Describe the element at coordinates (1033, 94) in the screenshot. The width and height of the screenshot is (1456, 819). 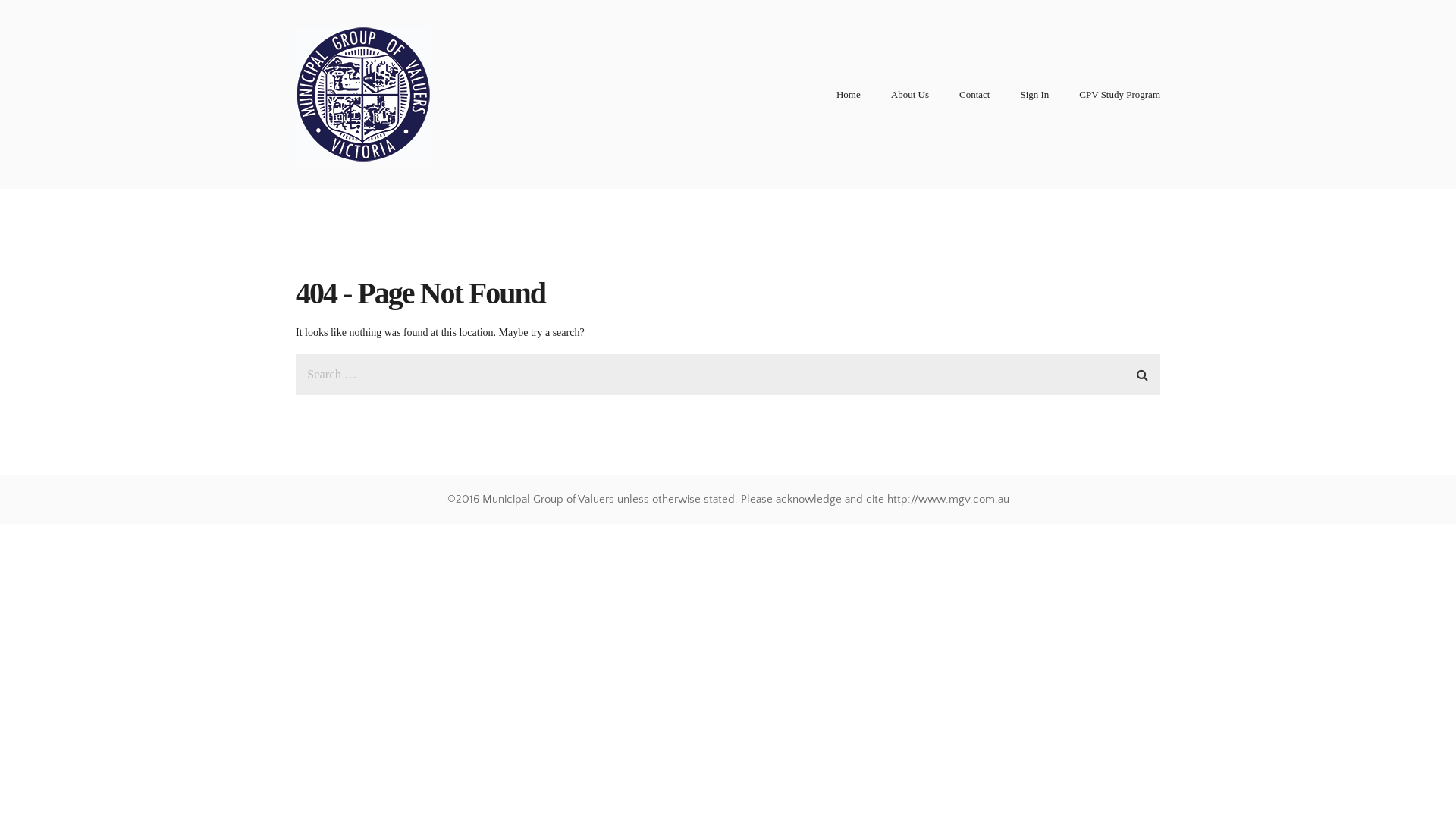
I see `'Sign In'` at that location.